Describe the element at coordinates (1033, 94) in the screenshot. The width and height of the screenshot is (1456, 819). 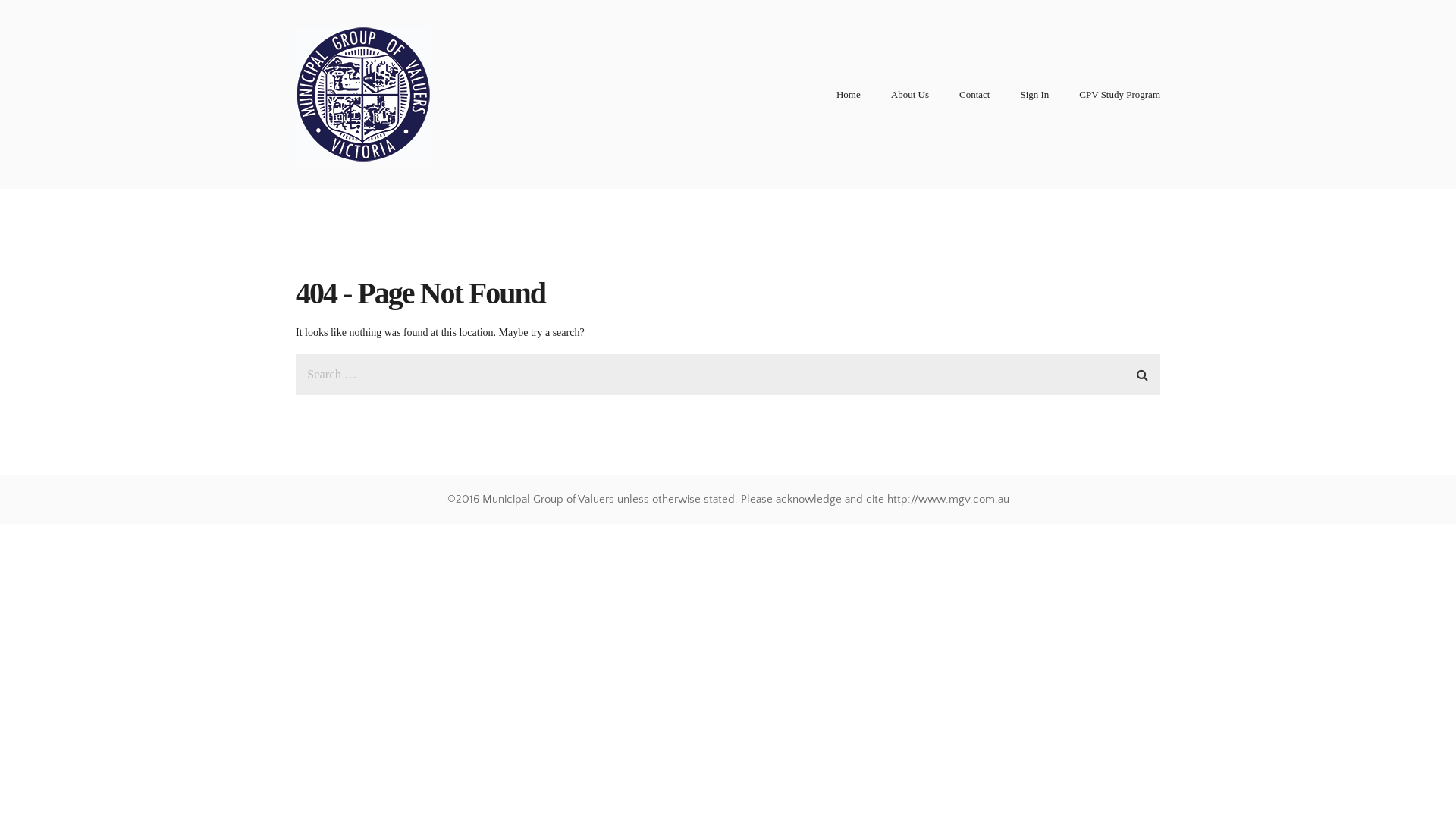
I see `'Sign In'` at that location.